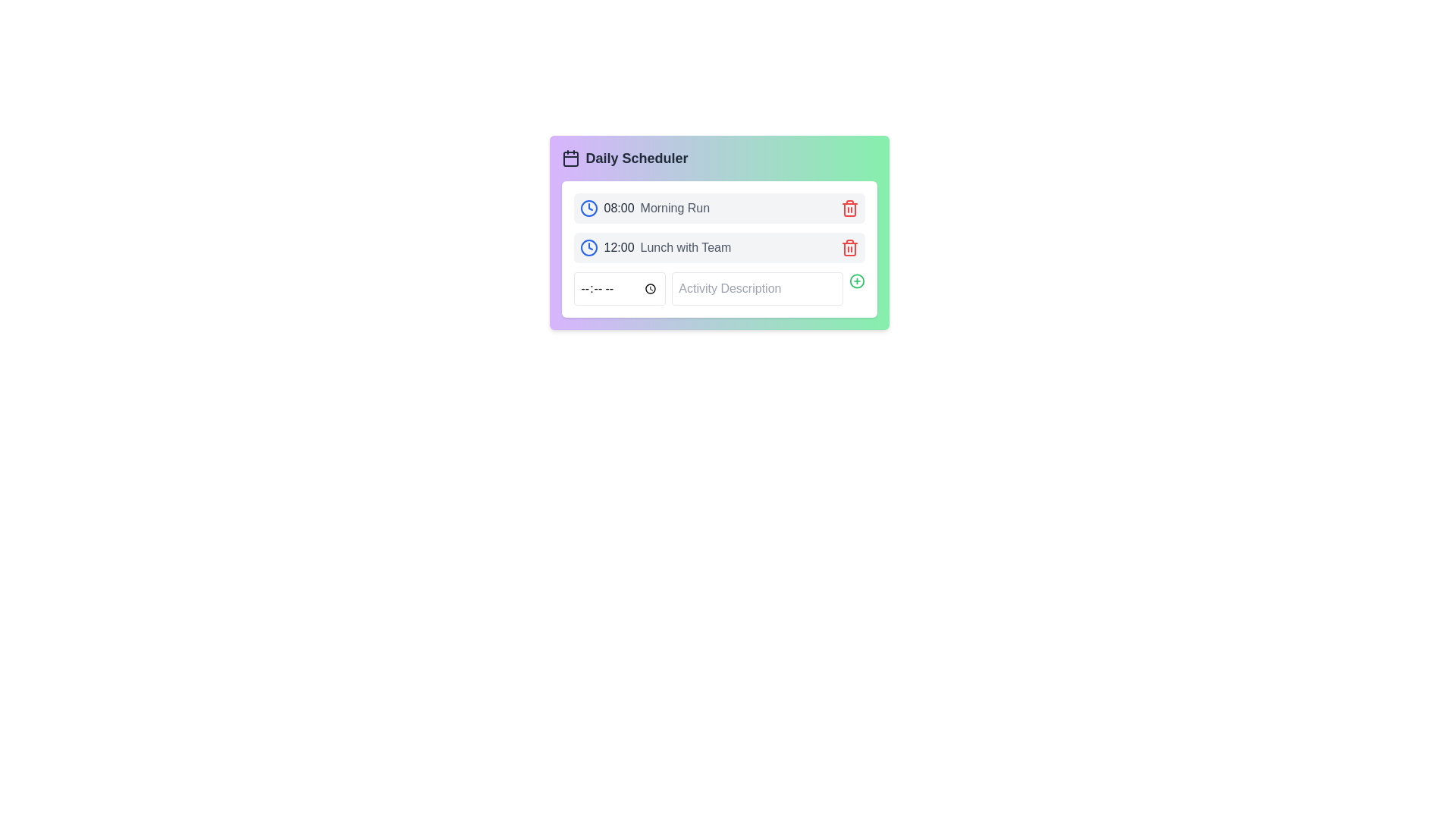  I want to click on clock icon of the first scheduled activity labeled 'Morning Run' in the Daily Scheduler for additional functionality, so click(644, 208).